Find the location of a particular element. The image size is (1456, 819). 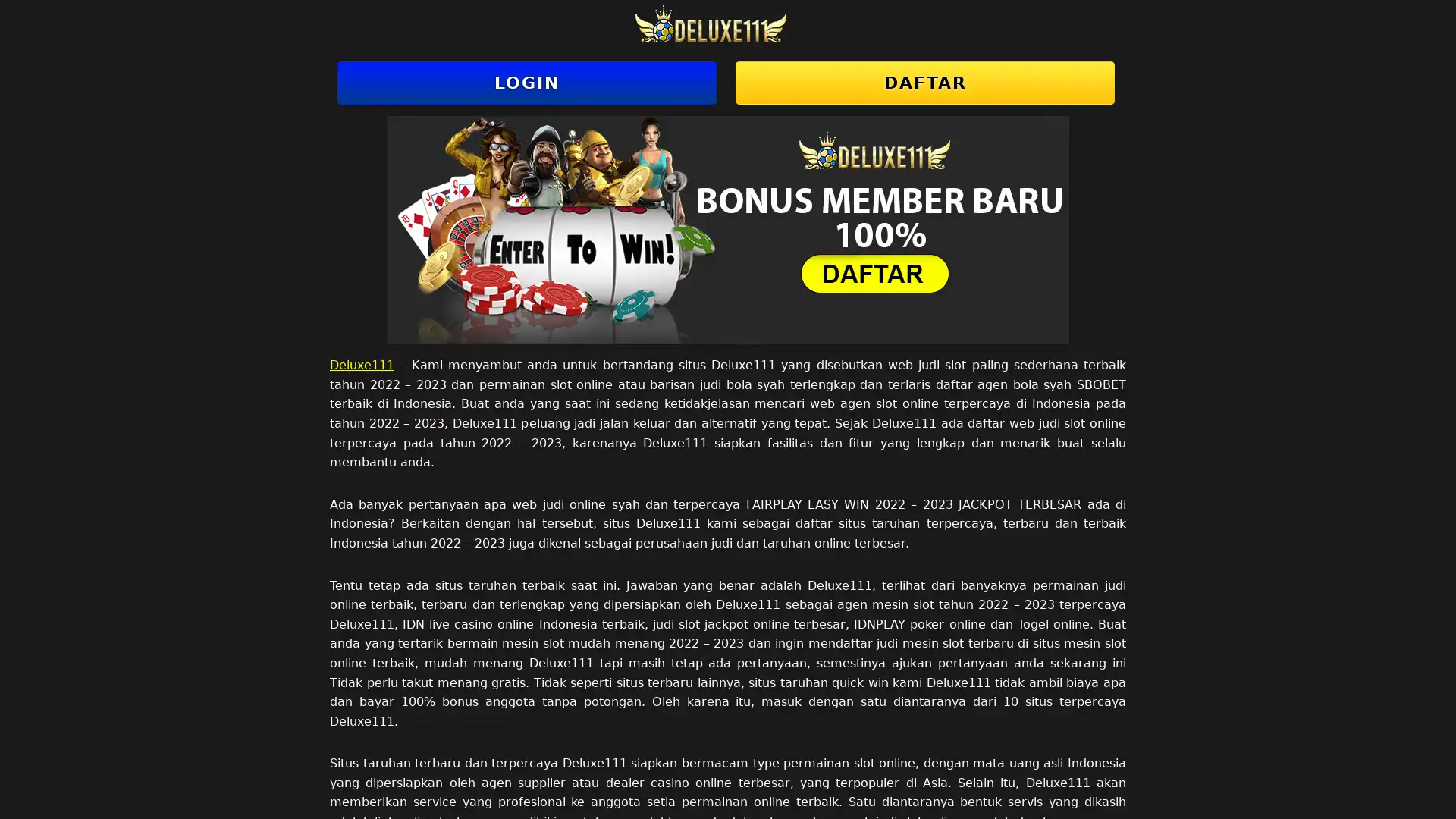

LOGIN is located at coordinates (527, 83).